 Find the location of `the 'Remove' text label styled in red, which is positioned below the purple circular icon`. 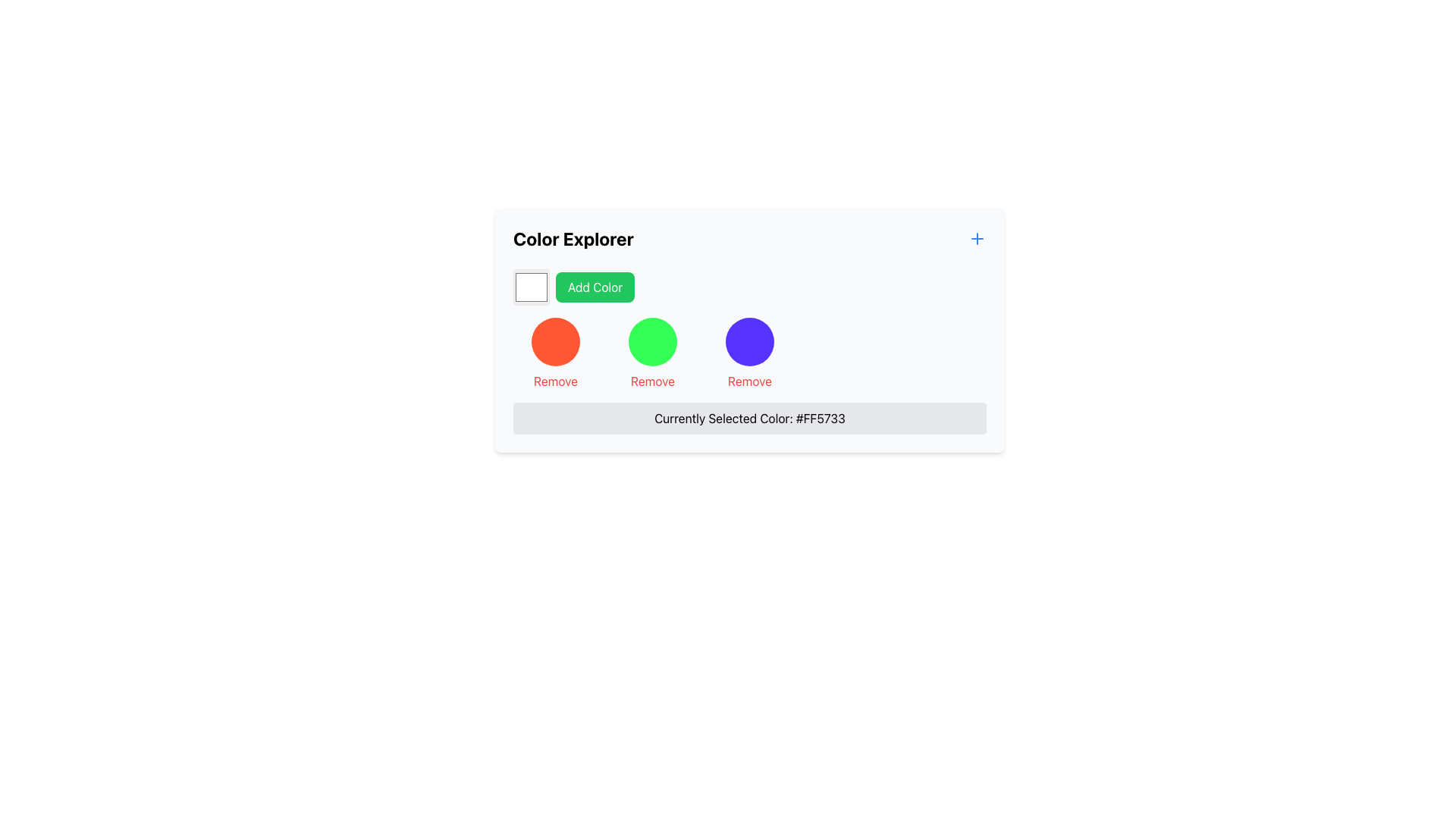

the 'Remove' text label styled in red, which is positioned below the purple circular icon is located at coordinates (749, 380).